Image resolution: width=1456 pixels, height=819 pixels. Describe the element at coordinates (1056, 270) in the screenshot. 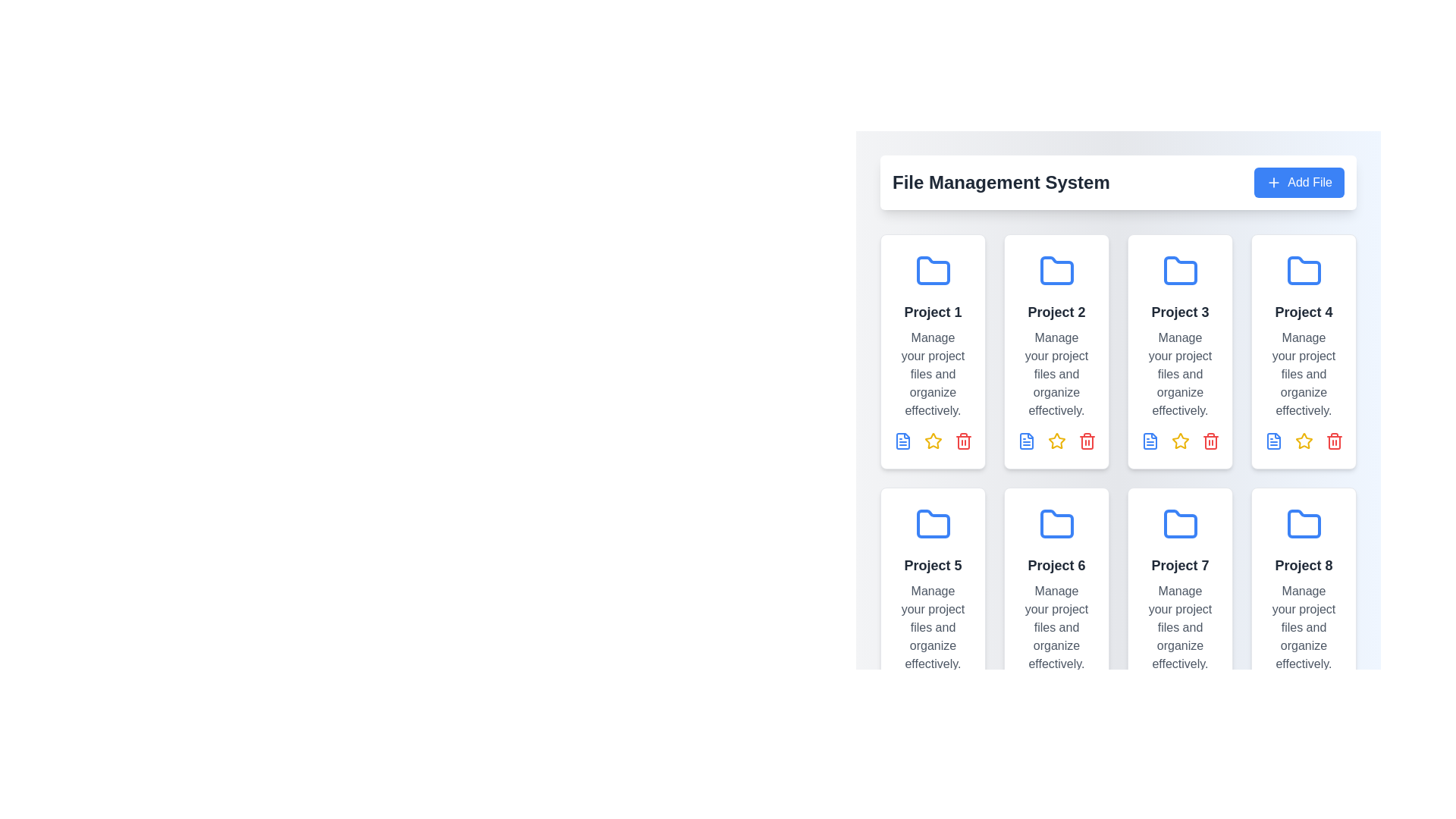

I see `the folder icon in the 'File Management System' interface, located in the second card of the first row` at that location.